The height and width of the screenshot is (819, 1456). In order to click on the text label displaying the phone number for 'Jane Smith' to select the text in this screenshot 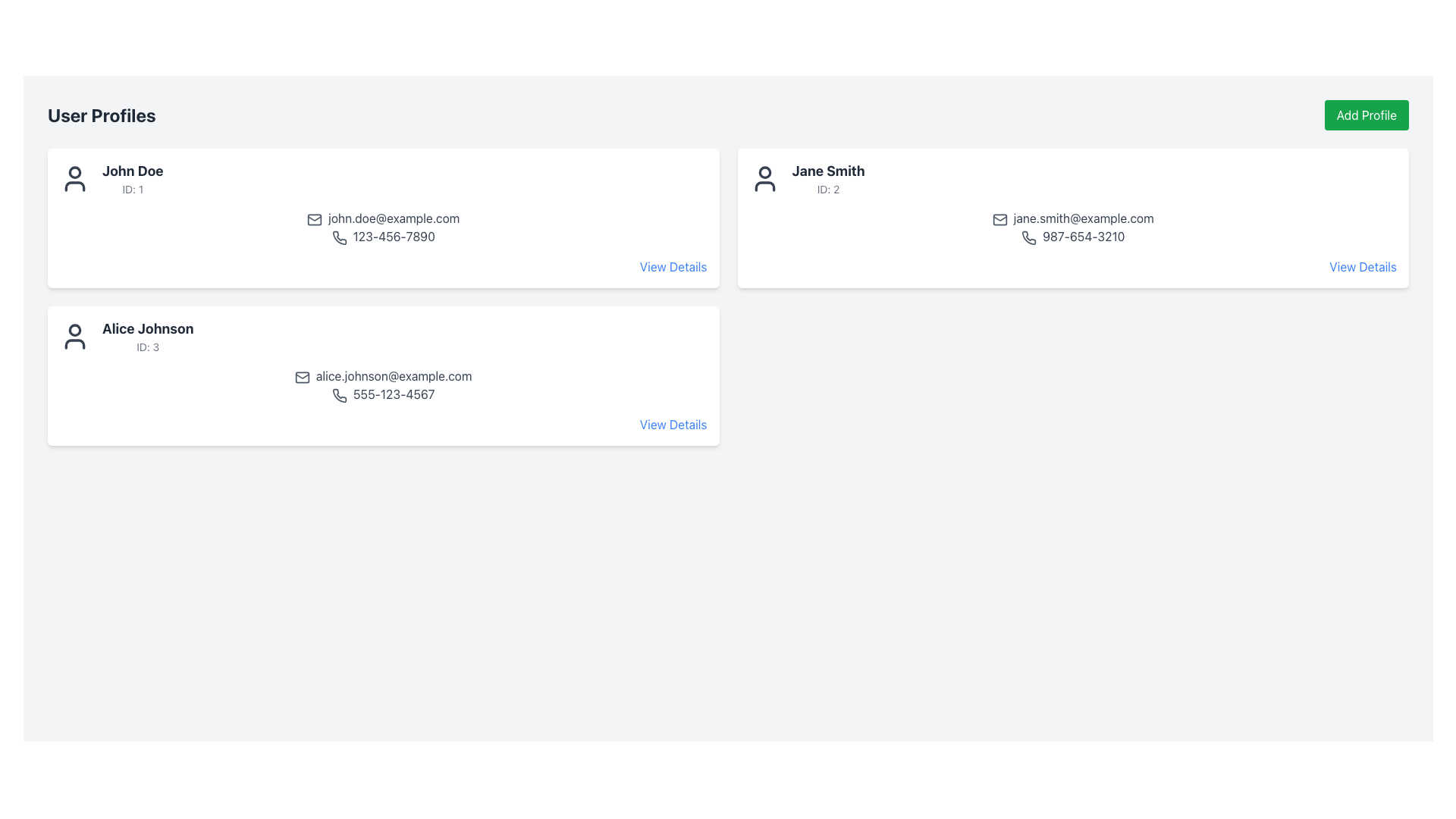, I will do `click(1072, 237)`.